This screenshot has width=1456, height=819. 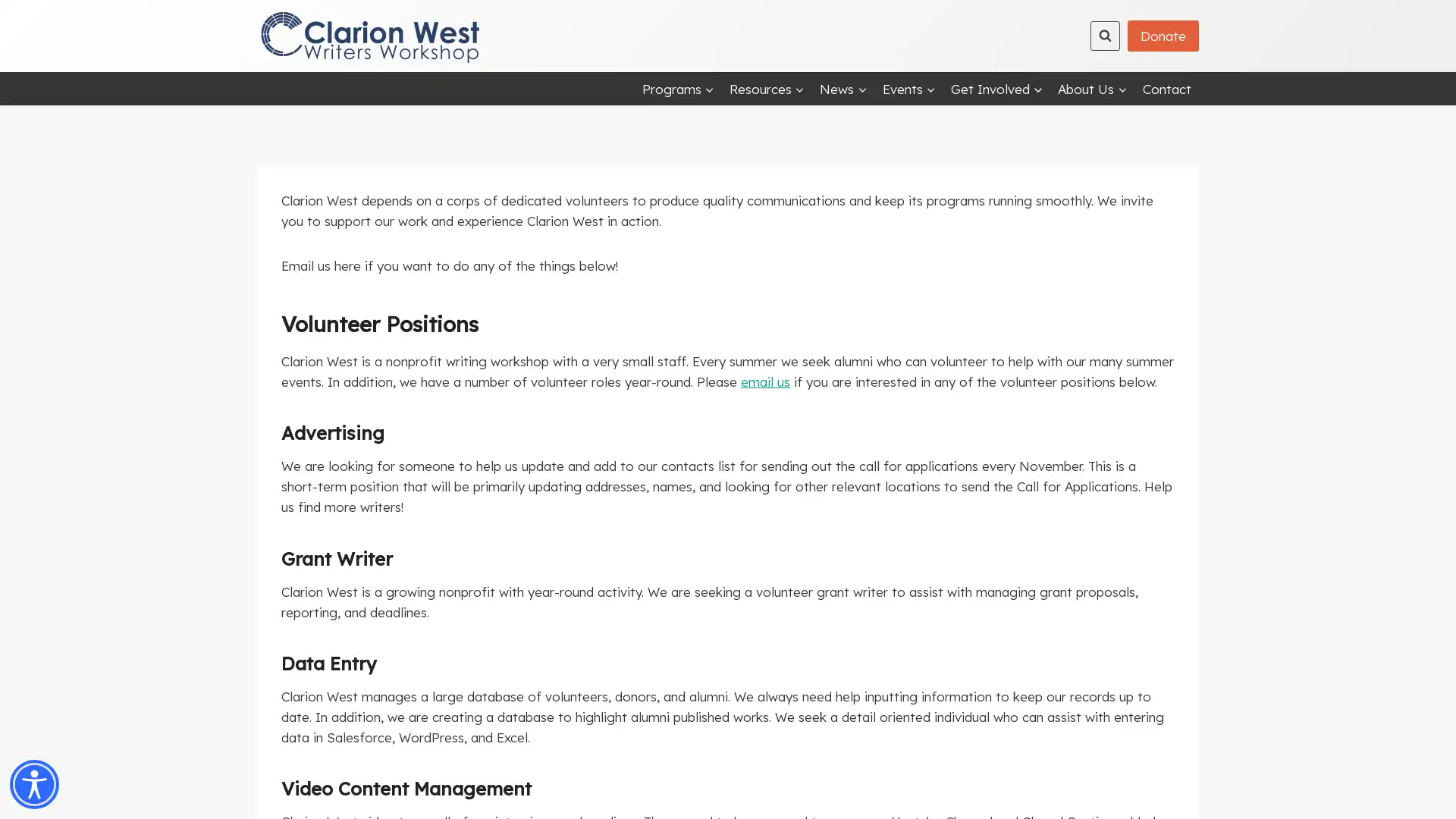 What do you see at coordinates (34, 784) in the screenshot?
I see `Accessibility Menu` at bounding box center [34, 784].